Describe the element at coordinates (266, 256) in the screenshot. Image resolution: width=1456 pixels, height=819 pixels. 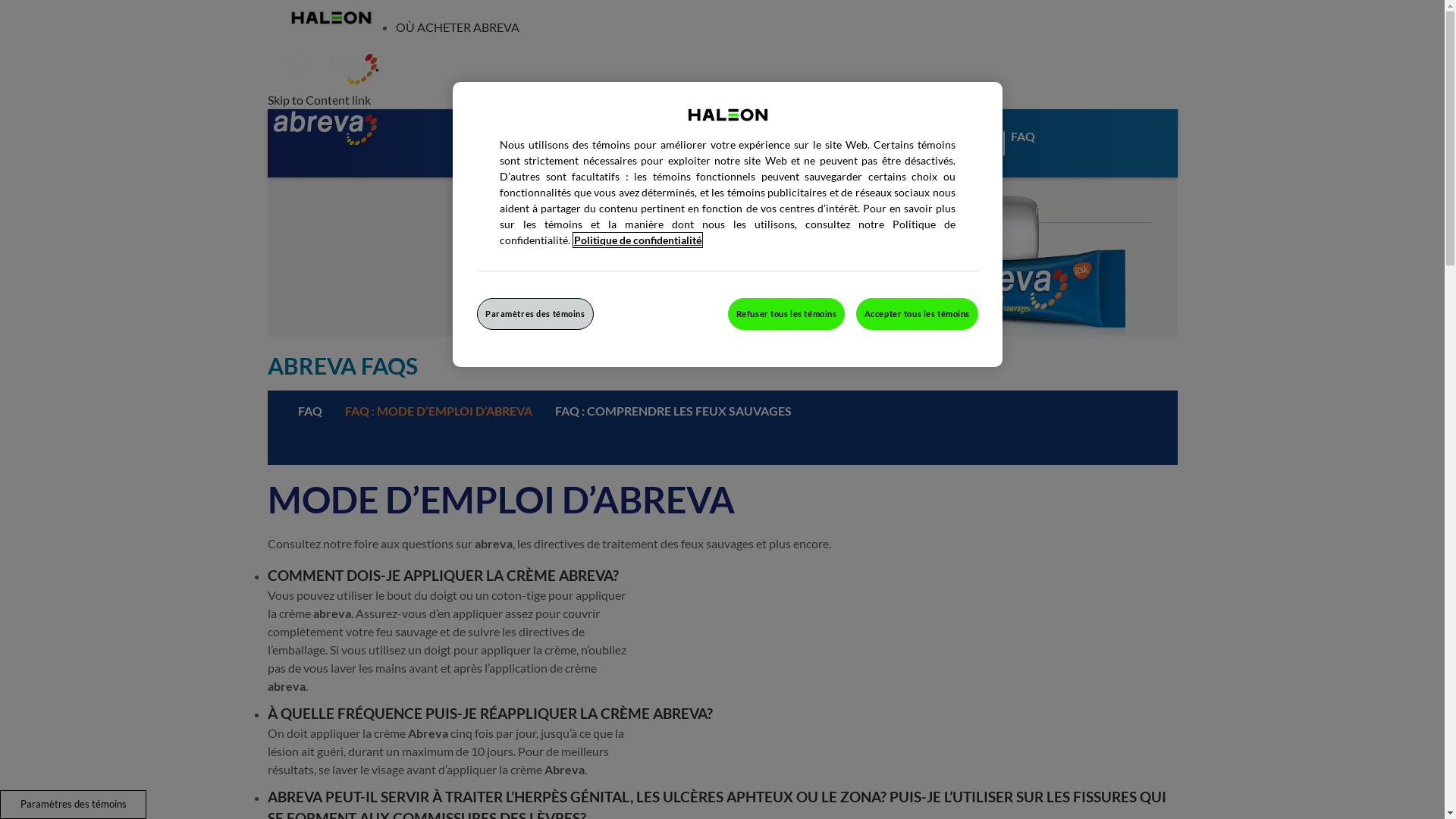
I see `'Deux tubes bleus de produits Abreva'` at that location.